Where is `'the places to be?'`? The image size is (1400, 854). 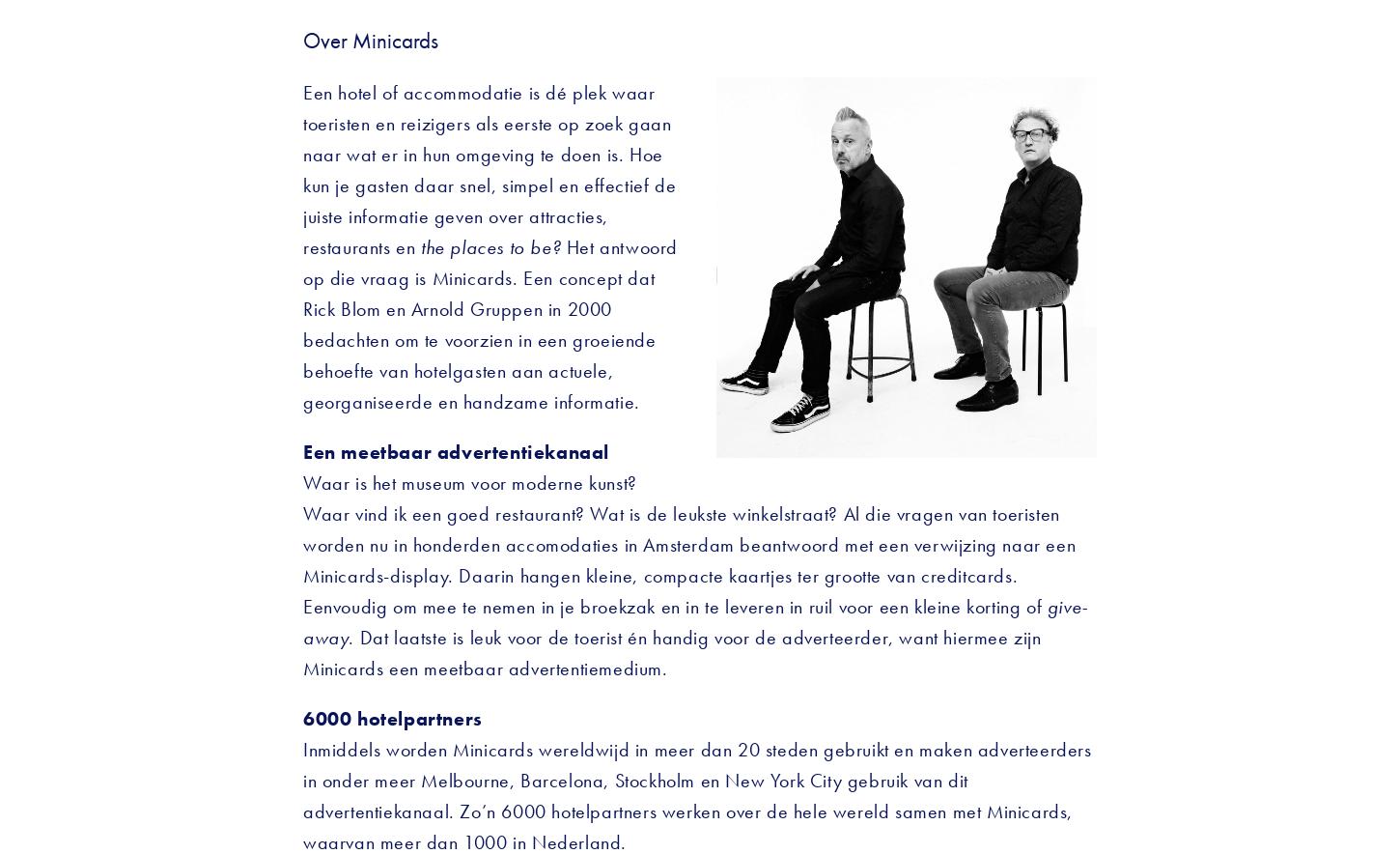
'the places to be?' is located at coordinates (492, 246).